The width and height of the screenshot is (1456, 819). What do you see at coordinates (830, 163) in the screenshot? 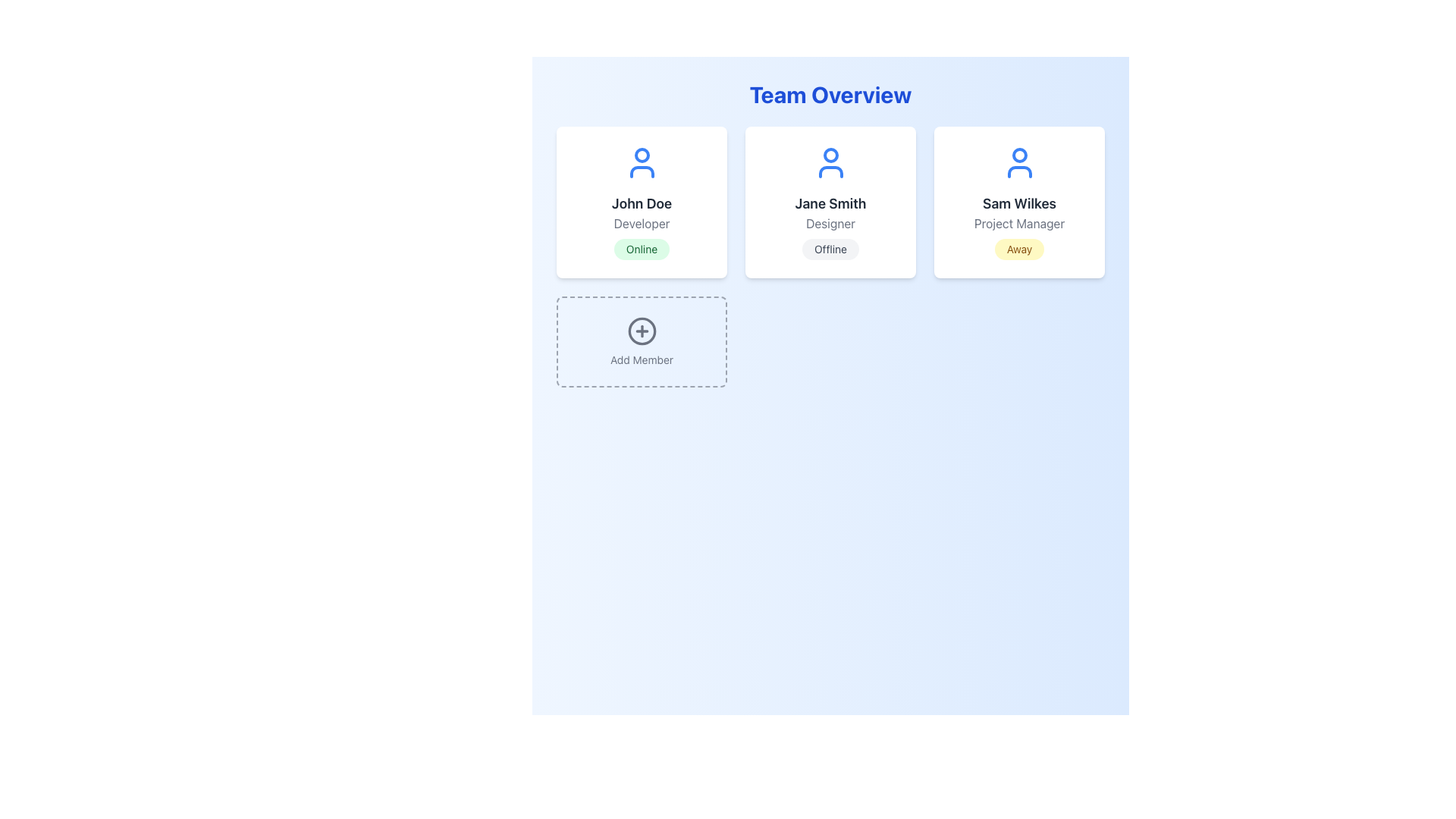
I see `the user profile icon for Jane Smith, who is identified as a Designer and marked as Offline, to initiate further interaction` at bounding box center [830, 163].